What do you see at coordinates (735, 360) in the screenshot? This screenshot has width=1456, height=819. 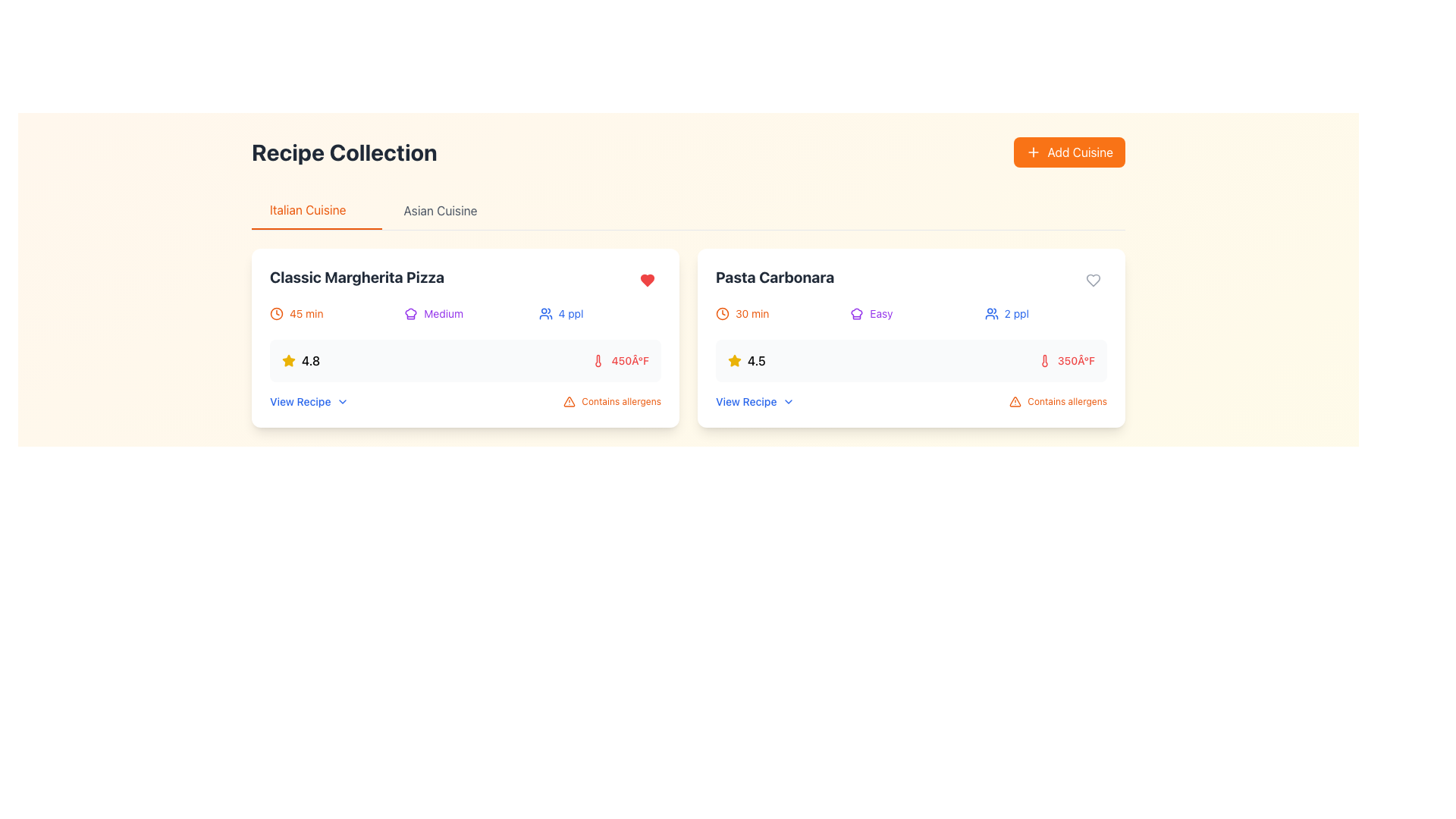 I see `the star icon representing the rating score located to the left of the text '4.5' in the lower section of the right card labeled 'Pasta Carbonara'` at bounding box center [735, 360].